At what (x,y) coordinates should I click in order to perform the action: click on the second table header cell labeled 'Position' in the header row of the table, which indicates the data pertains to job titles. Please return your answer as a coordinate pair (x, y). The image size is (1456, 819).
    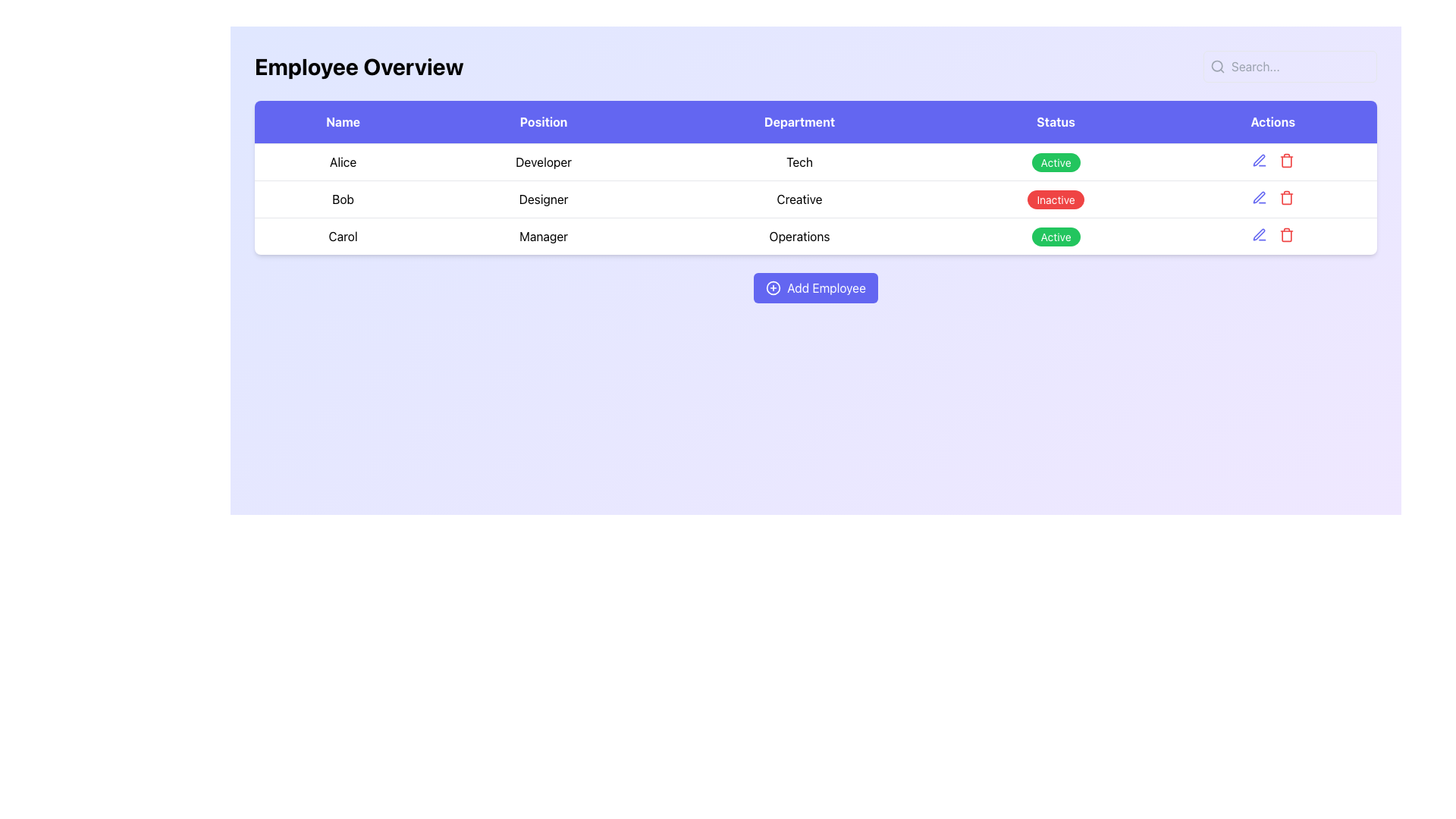
    Looking at the image, I should click on (544, 121).